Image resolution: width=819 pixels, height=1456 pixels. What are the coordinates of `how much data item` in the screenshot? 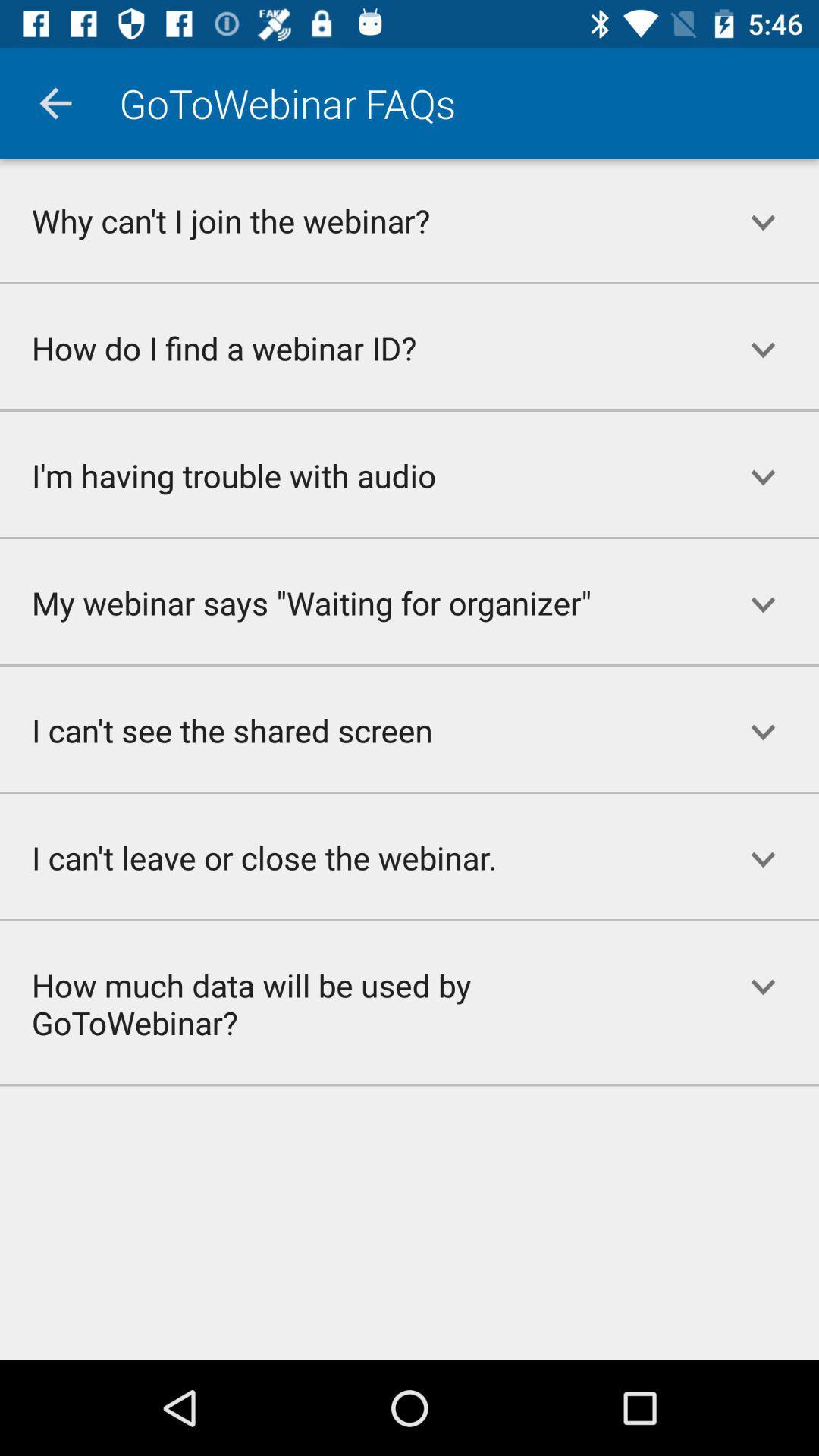 It's located at (353, 1003).